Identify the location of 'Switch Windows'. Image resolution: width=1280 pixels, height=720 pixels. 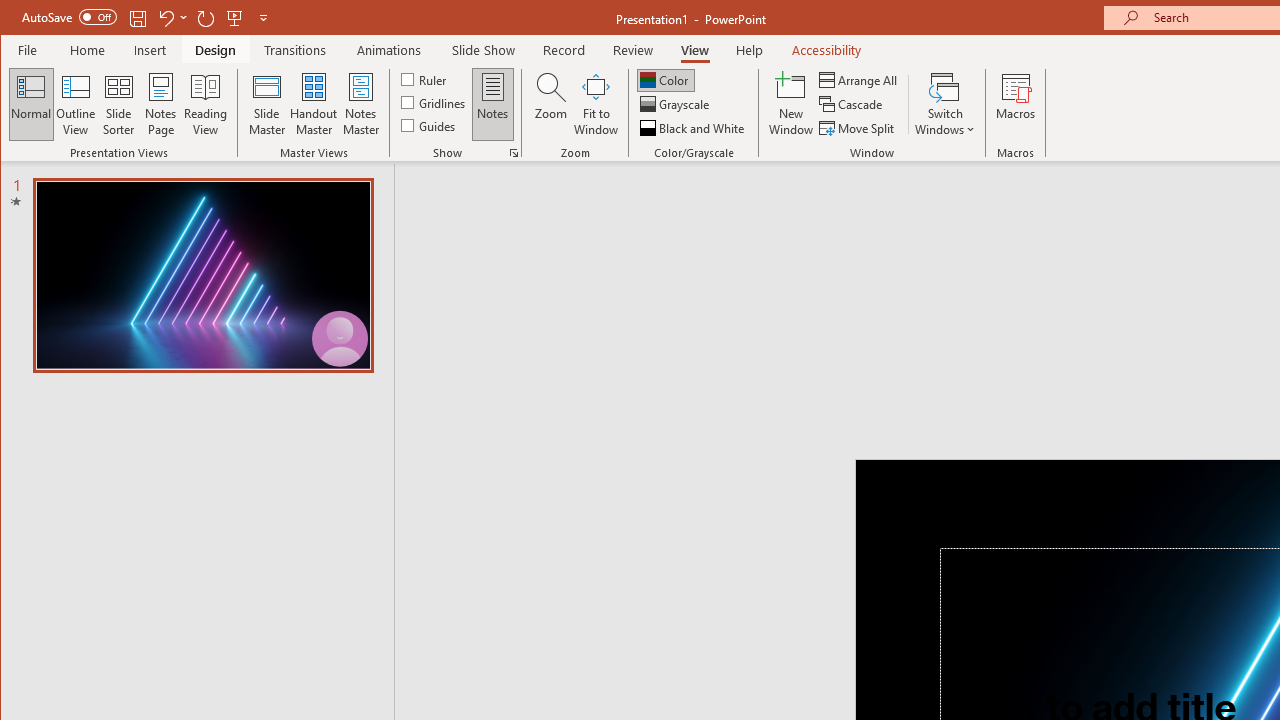
(944, 104).